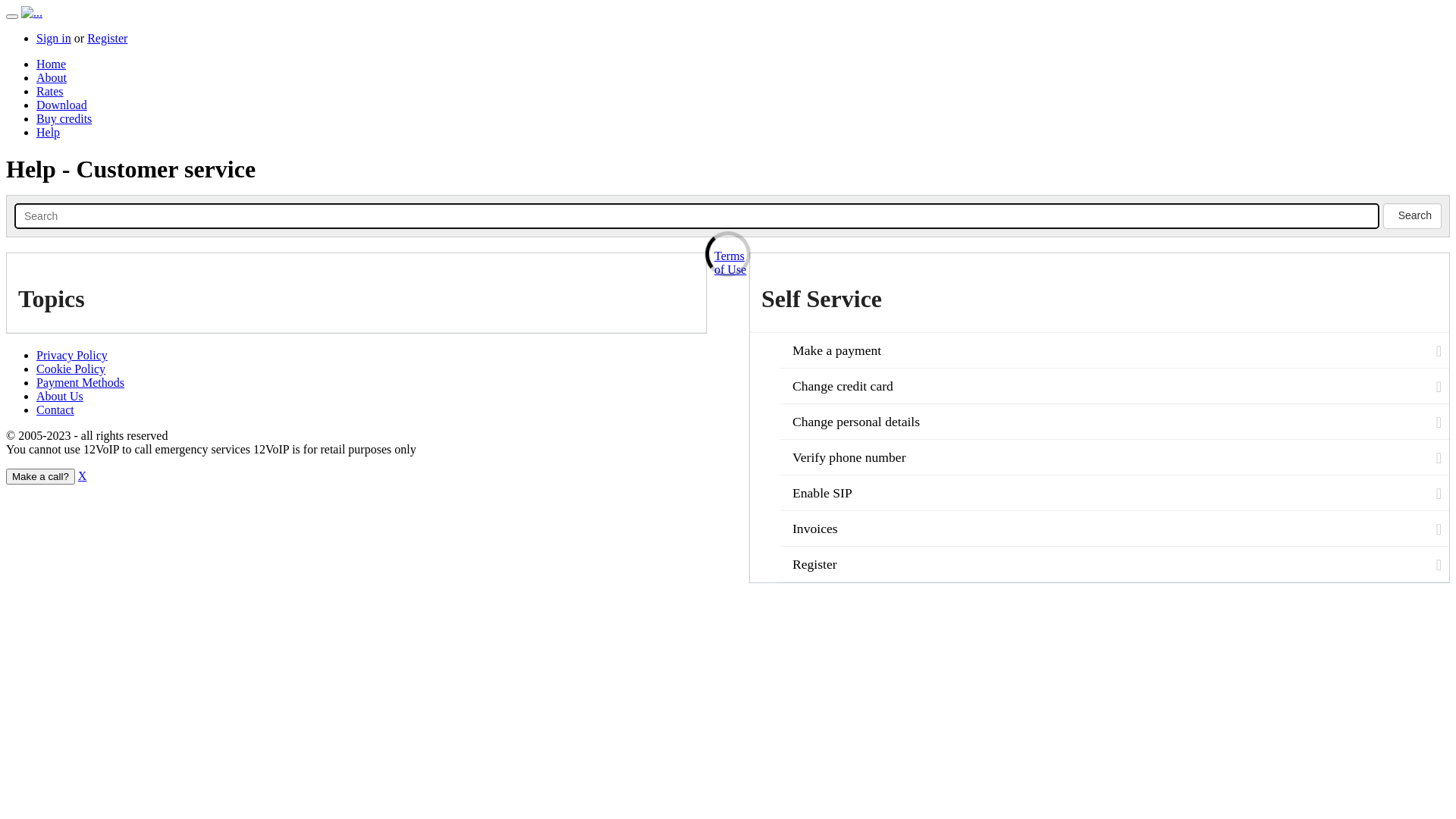  What do you see at coordinates (55, 409) in the screenshot?
I see `'Contact'` at bounding box center [55, 409].